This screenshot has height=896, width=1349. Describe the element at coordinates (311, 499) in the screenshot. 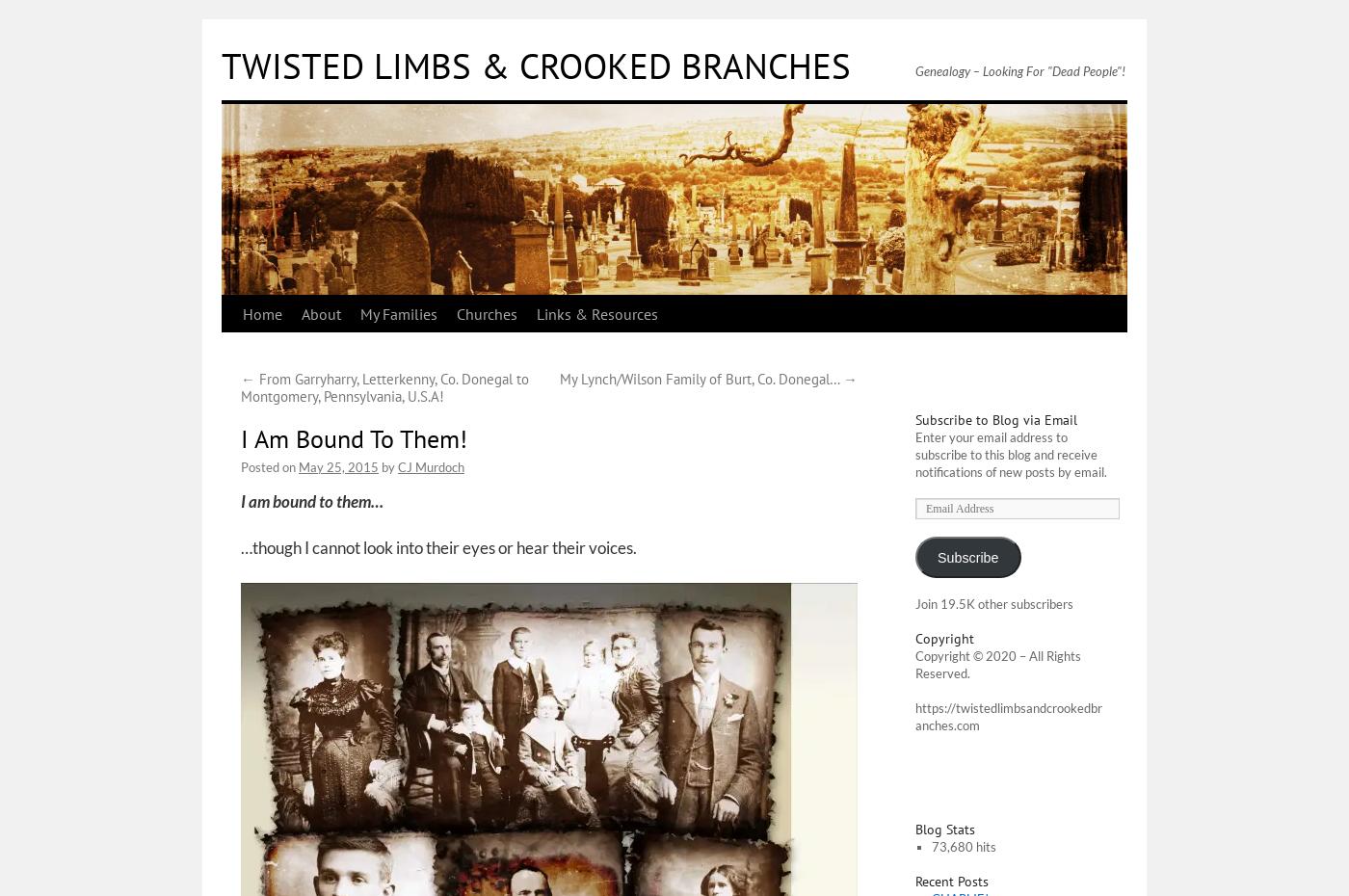

I see `'I am bound to them…'` at that location.